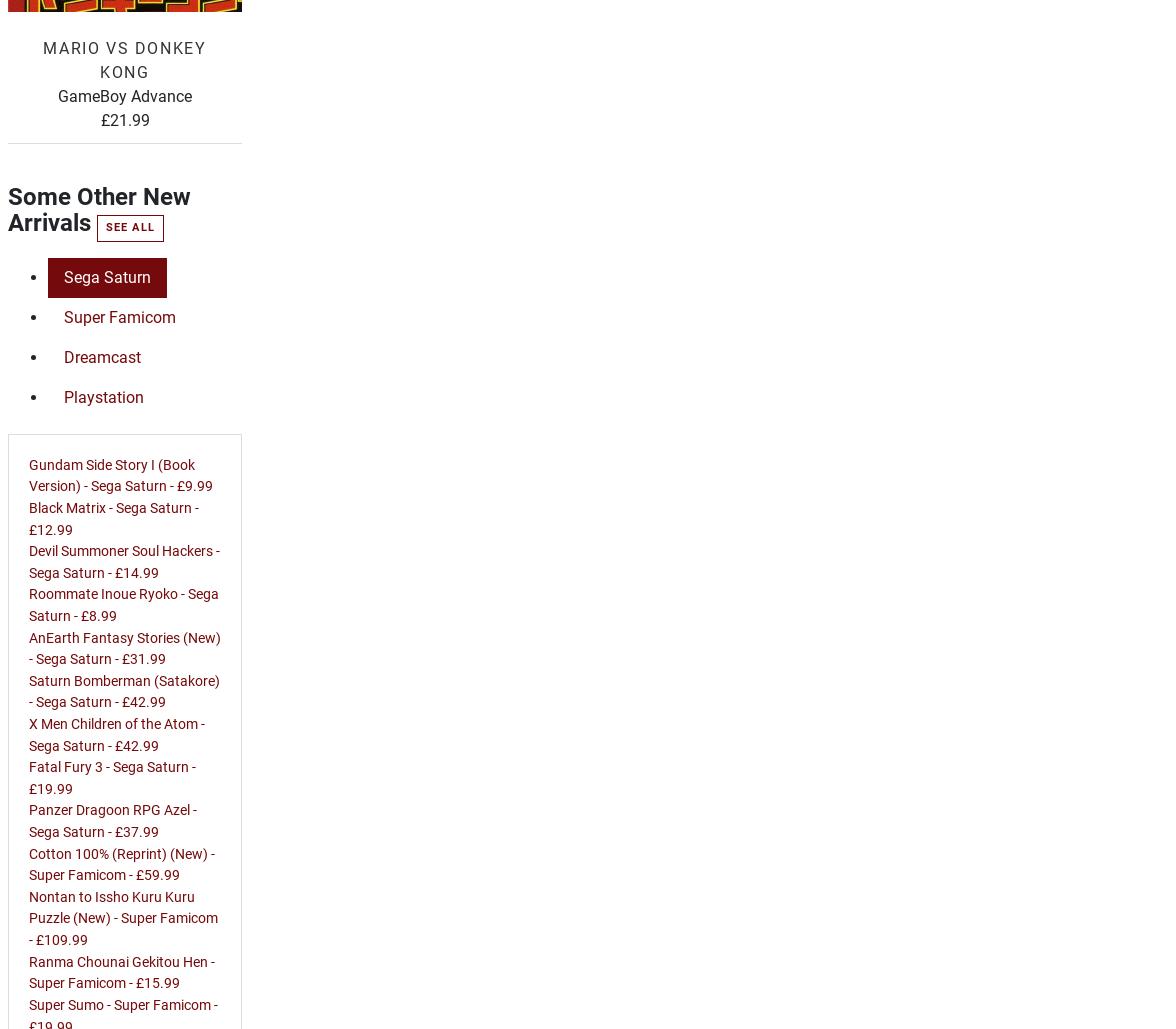 The image size is (1176, 1029). Describe the element at coordinates (112, 778) in the screenshot. I see `'Fatal Fury 3 - Sega Saturn - £19.99'` at that location.